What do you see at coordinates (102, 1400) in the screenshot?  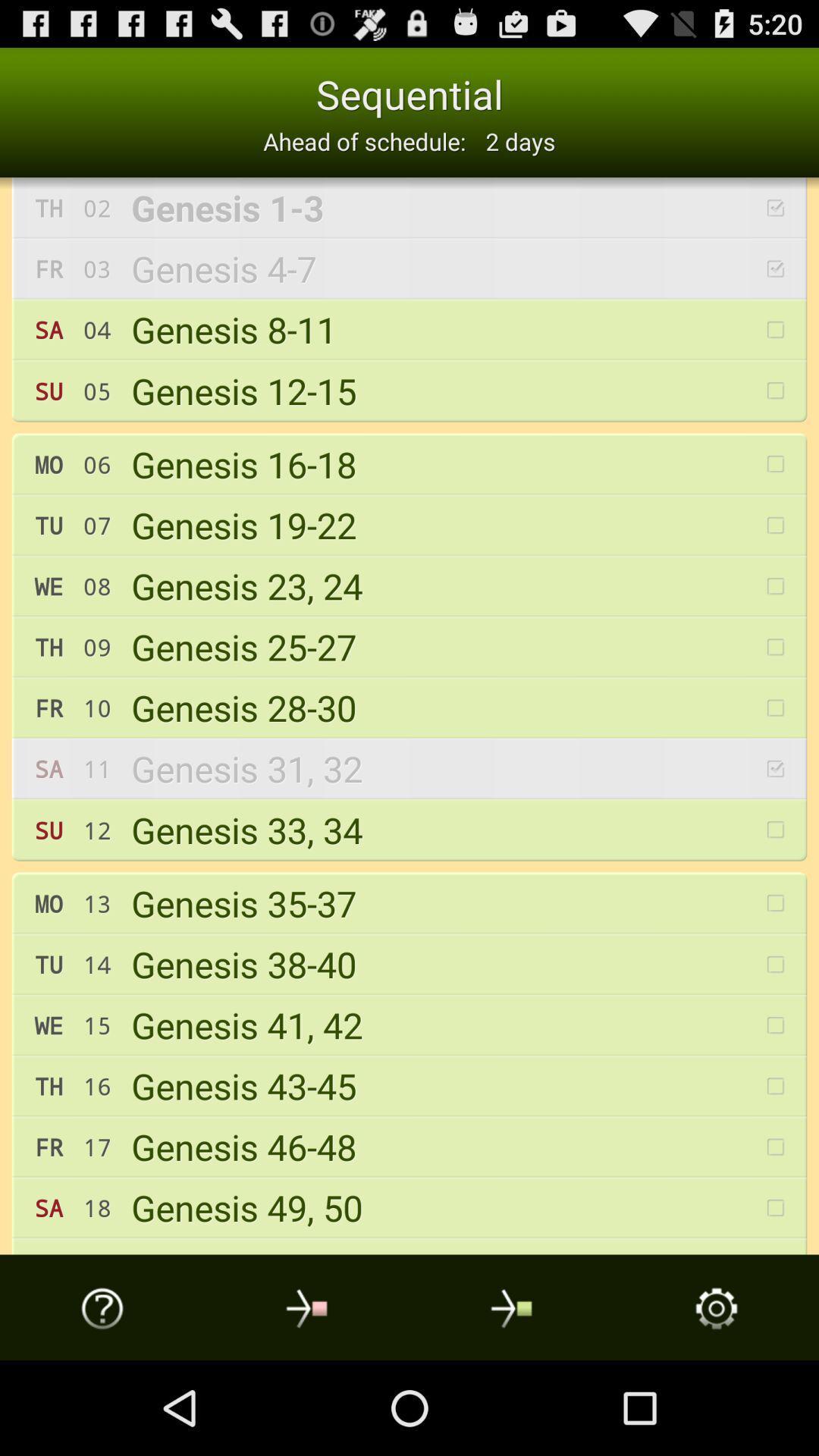 I see `the help icon` at bounding box center [102, 1400].